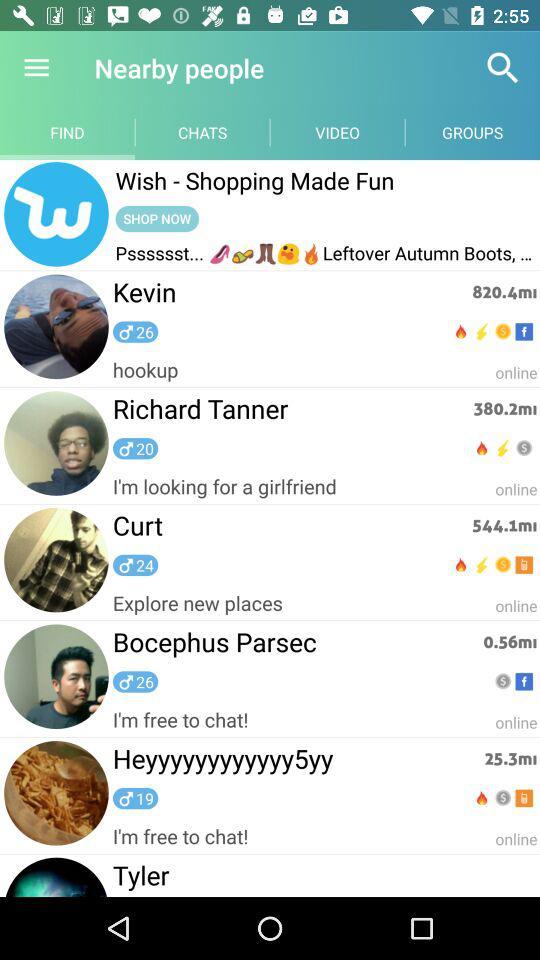 This screenshot has width=540, height=960. What do you see at coordinates (156, 218) in the screenshot?
I see `the shop now item` at bounding box center [156, 218].